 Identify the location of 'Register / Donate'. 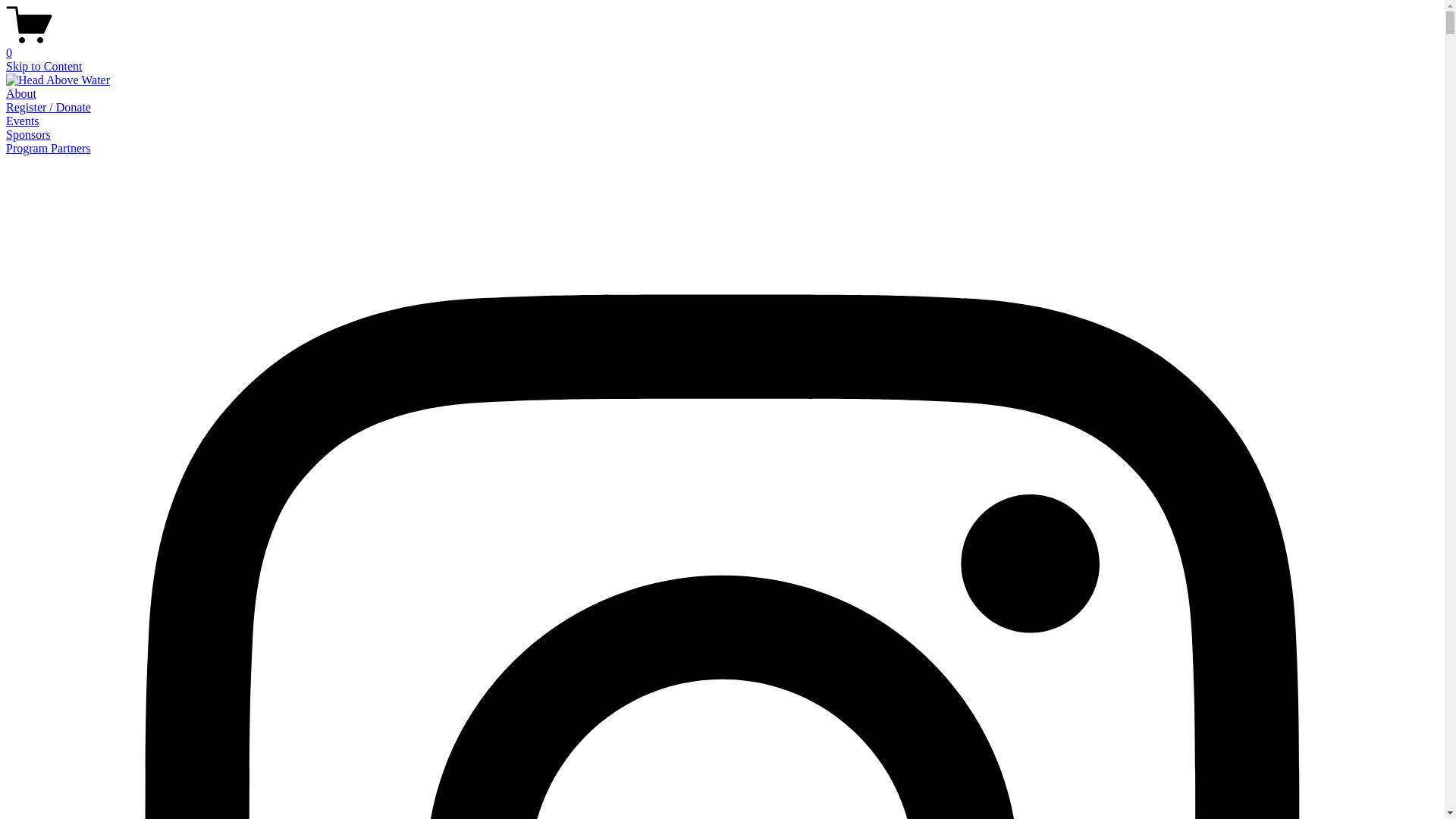
(48, 106).